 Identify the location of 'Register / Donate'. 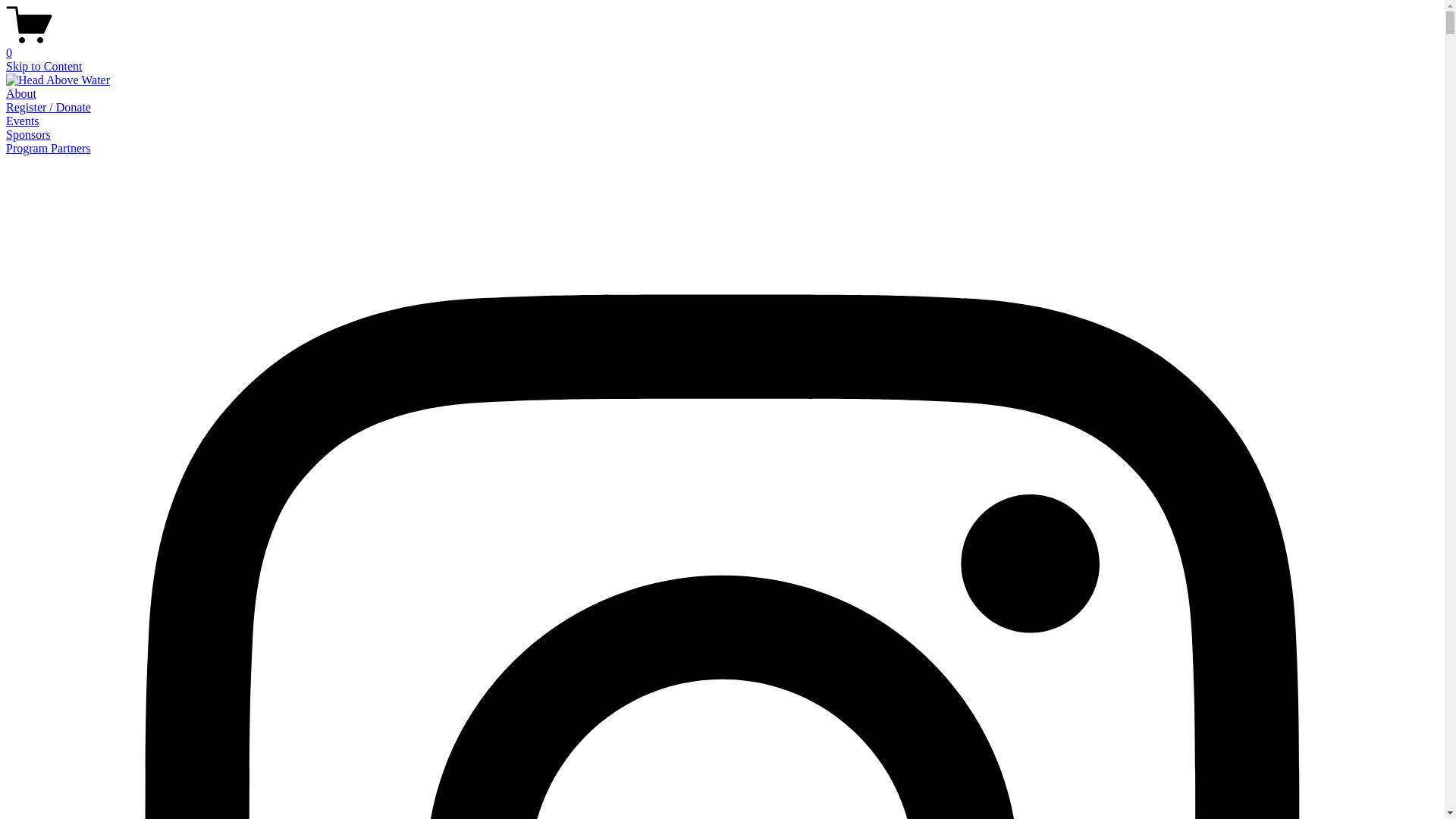
(48, 106).